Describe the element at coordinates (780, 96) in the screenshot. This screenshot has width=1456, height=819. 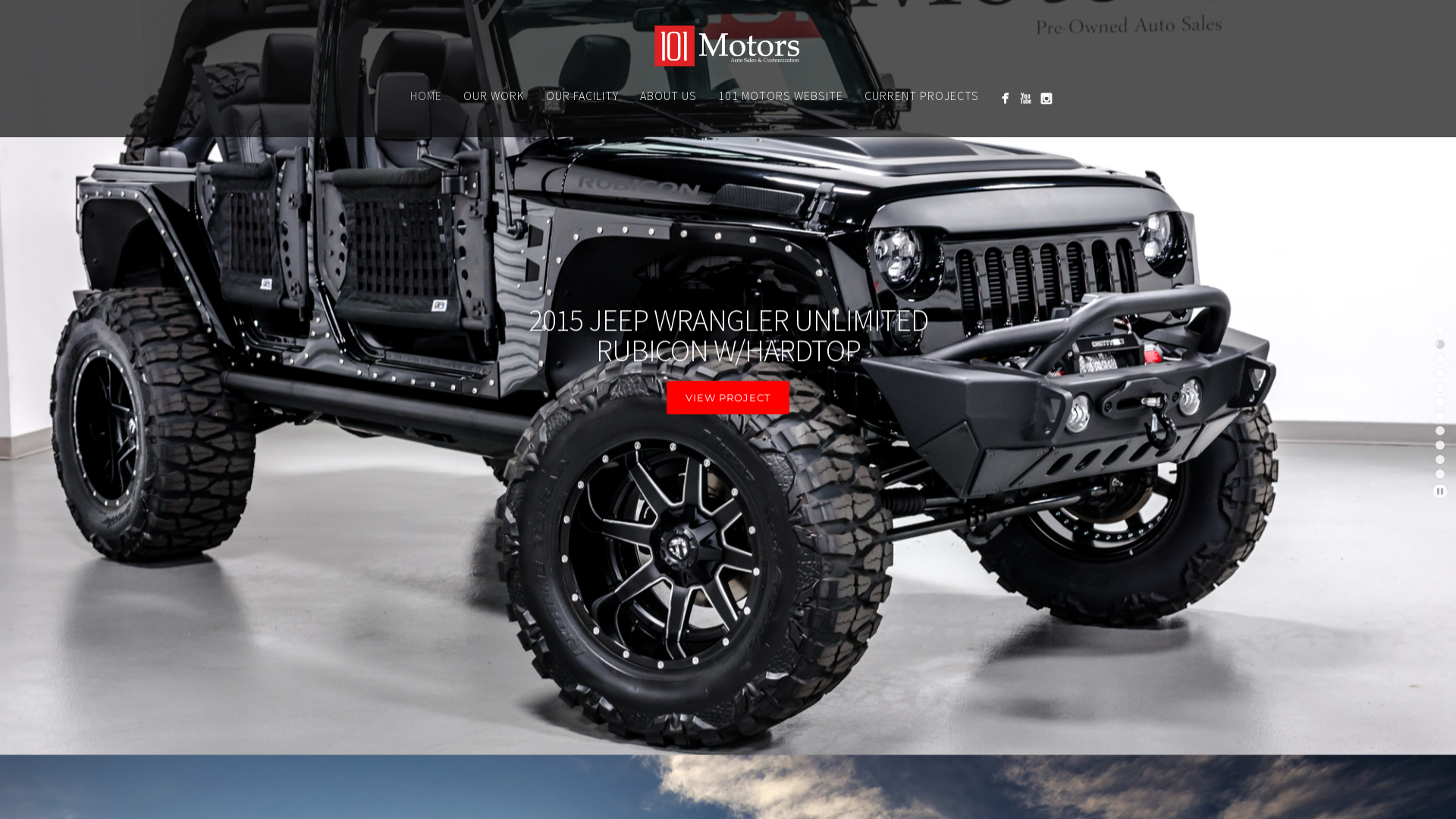
I see `'101 MOTORS WEBSITE'` at that location.